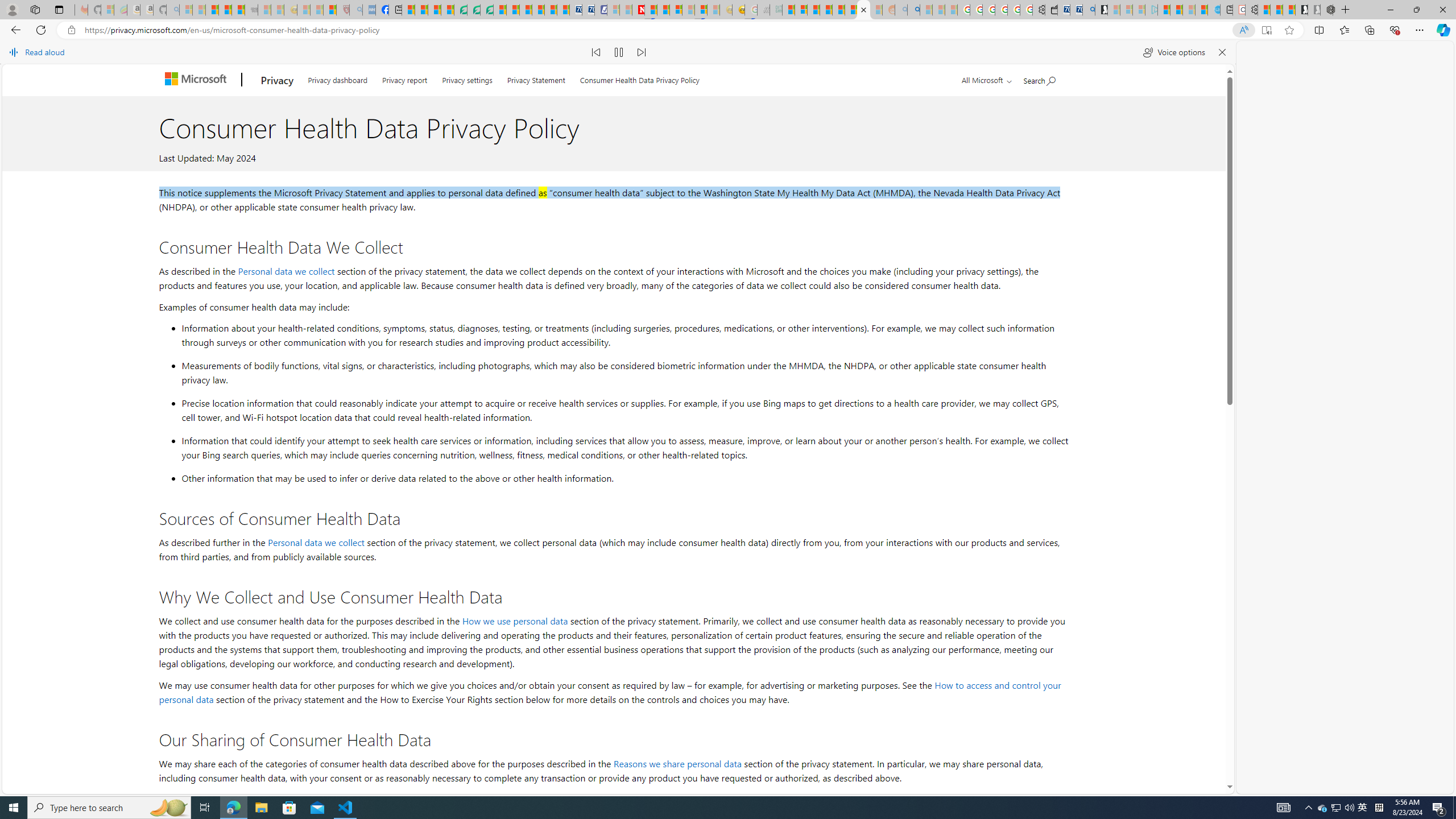  I want to click on 'The Weather Channel - MSN', so click(212, 9).